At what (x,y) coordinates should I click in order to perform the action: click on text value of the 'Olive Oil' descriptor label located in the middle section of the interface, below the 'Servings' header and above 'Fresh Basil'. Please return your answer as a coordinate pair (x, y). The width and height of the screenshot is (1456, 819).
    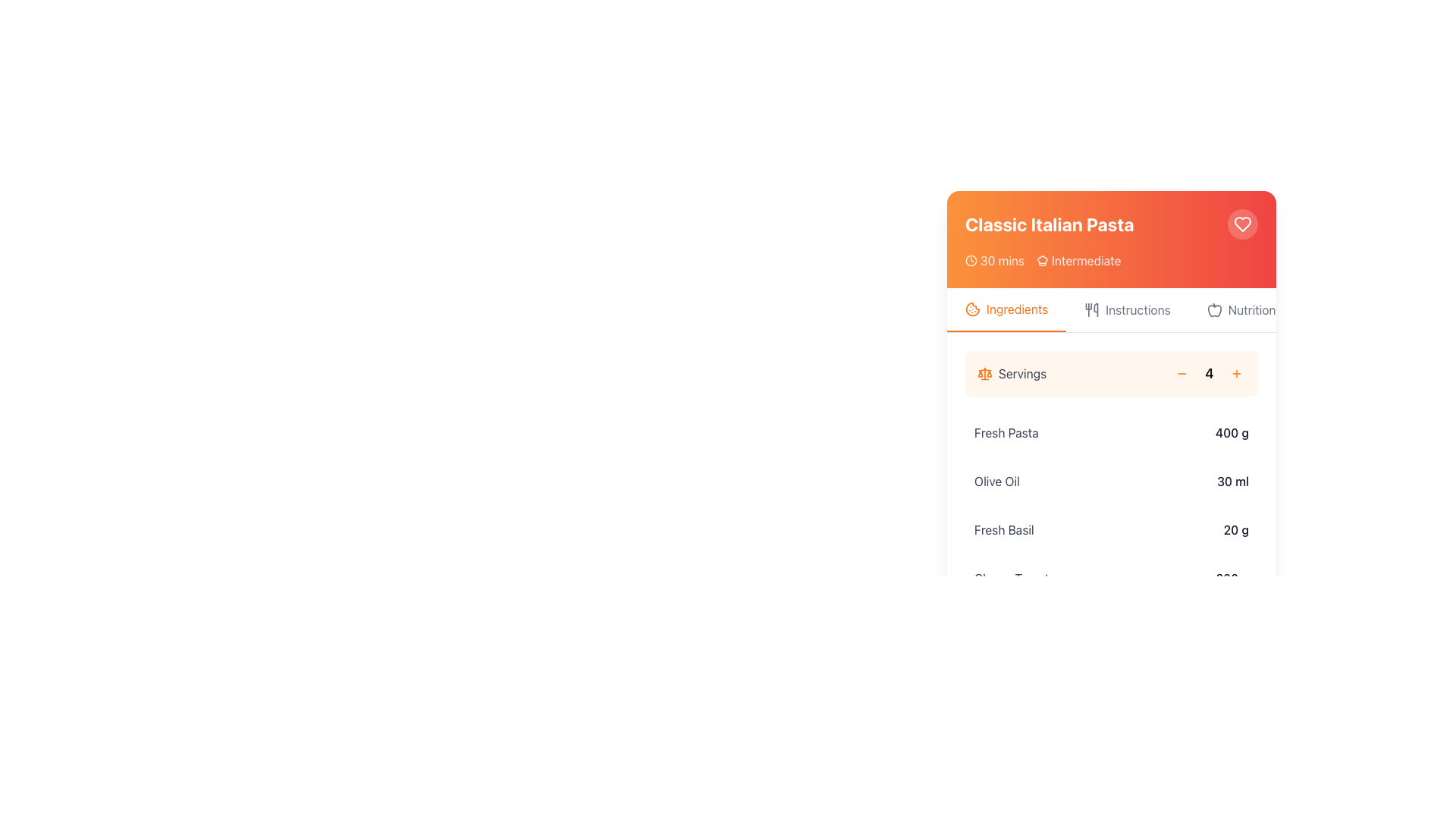
    Looking at the image, I should click on (1111, 472).